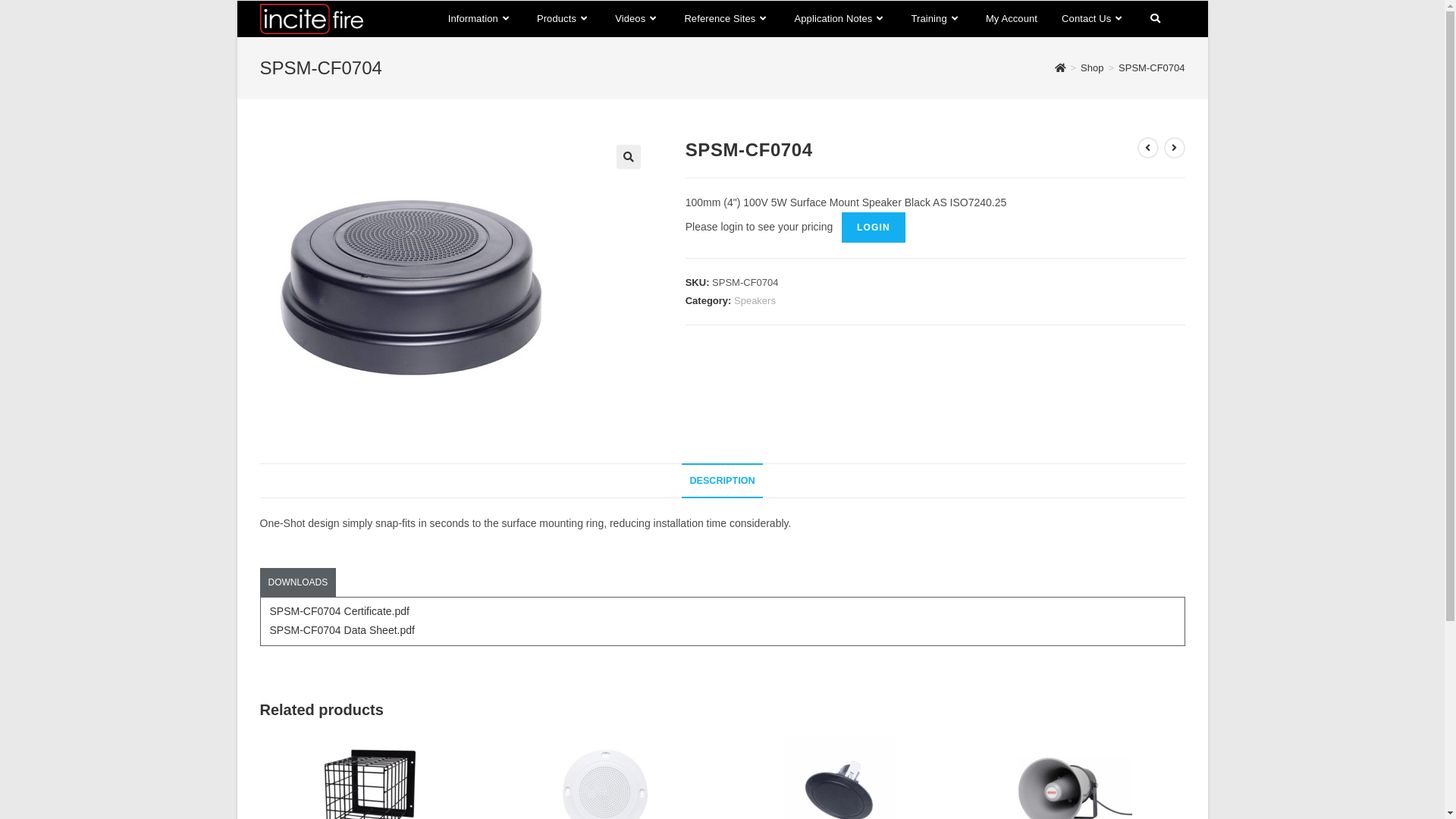 The height and width of the screenshot is (819, 1456). Describe the element at coordinates (637, 18) in the screenshot. I see `'Videos'` at that location.